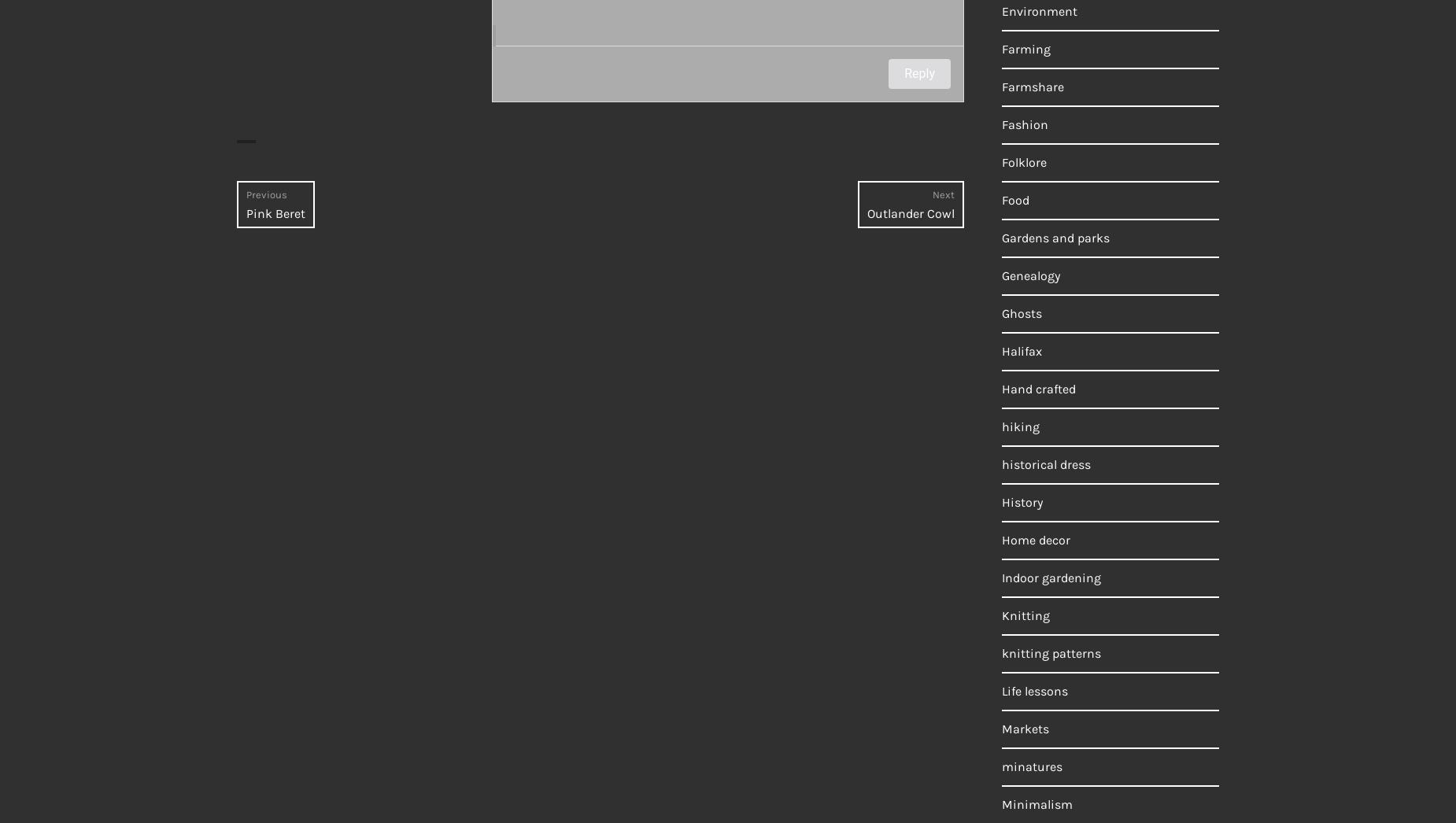 The width and height of the screenshot is (1456, 823). What do you see at coordinates (1037, 389) in the screenshot?
I see `'Hand crafted'` at bounding box center [1037, 389].